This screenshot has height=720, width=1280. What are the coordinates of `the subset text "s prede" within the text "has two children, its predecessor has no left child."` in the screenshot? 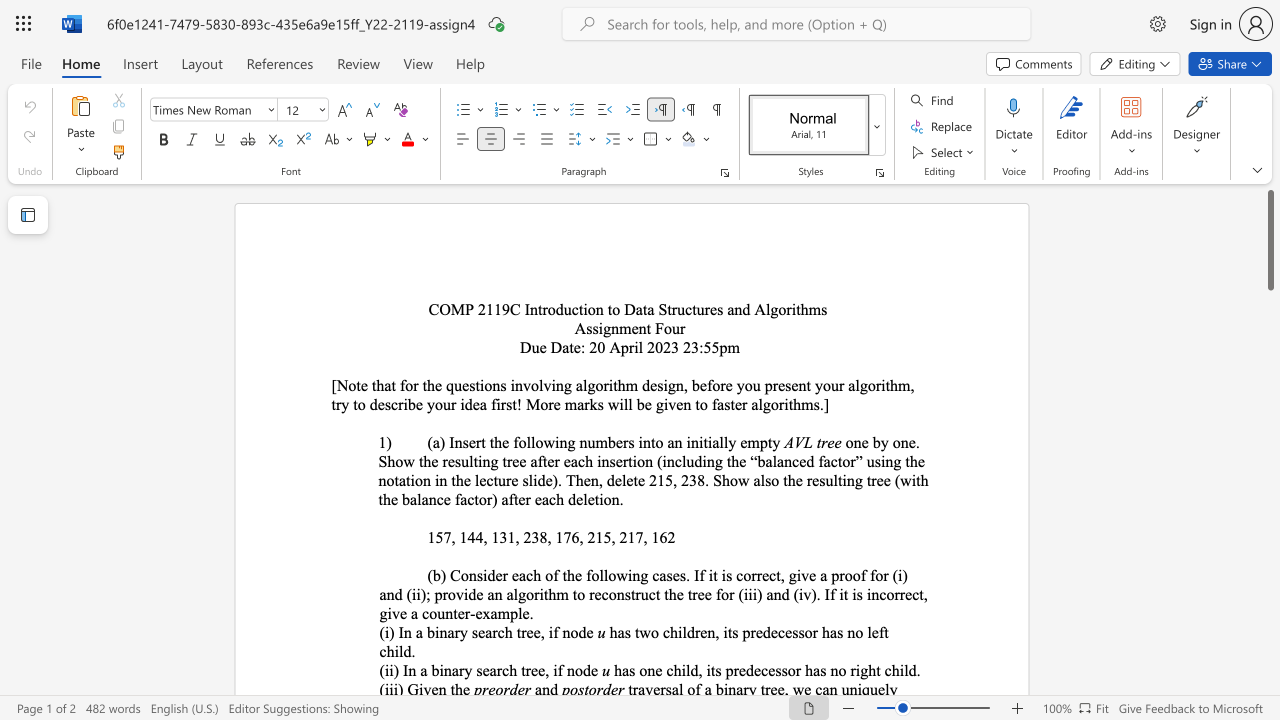 It's located at (731, 632).